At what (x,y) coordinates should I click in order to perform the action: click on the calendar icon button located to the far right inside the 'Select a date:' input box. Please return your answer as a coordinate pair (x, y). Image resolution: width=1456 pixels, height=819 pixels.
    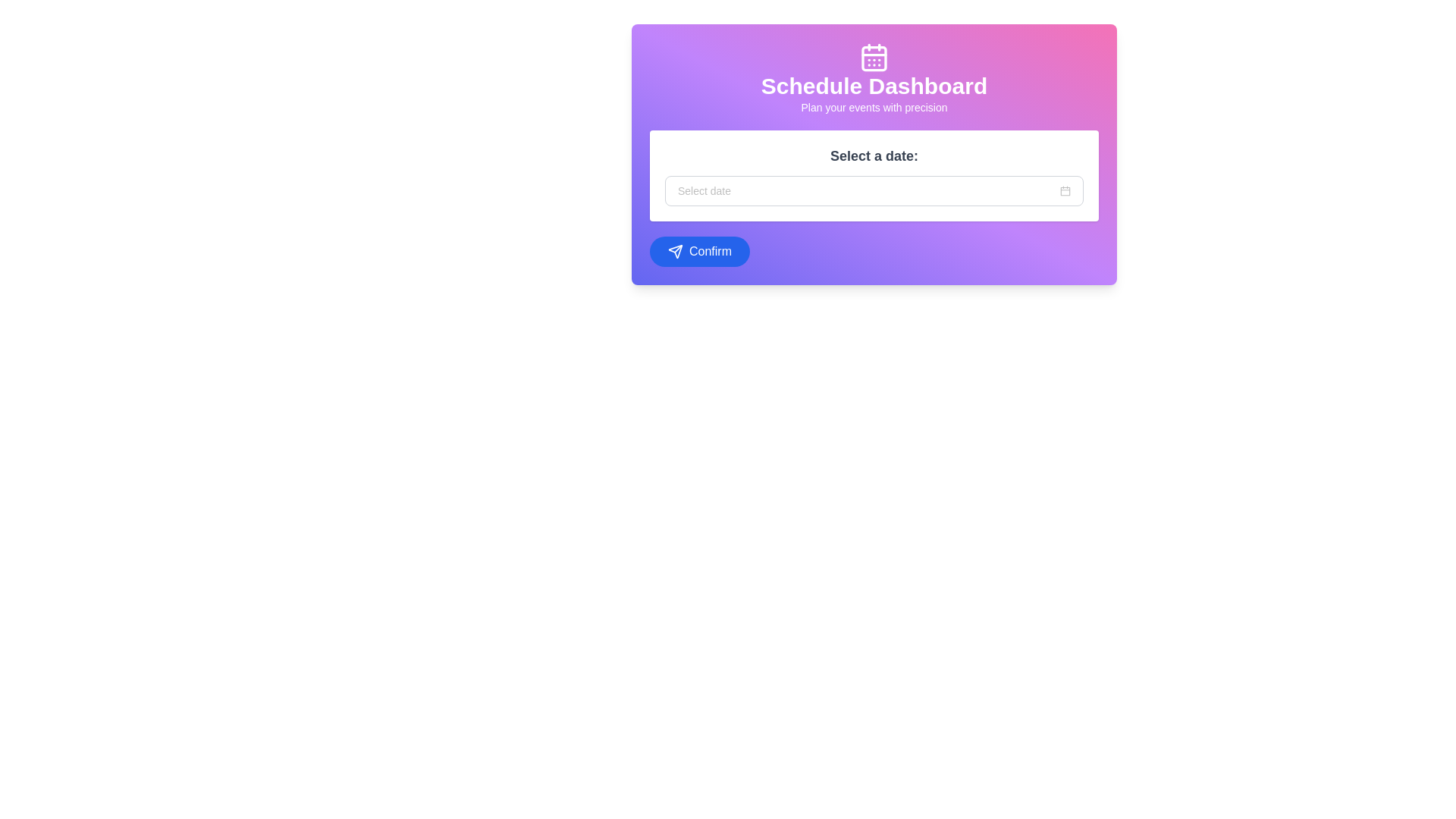
    Looking at the image, I should click on (1065, 190).